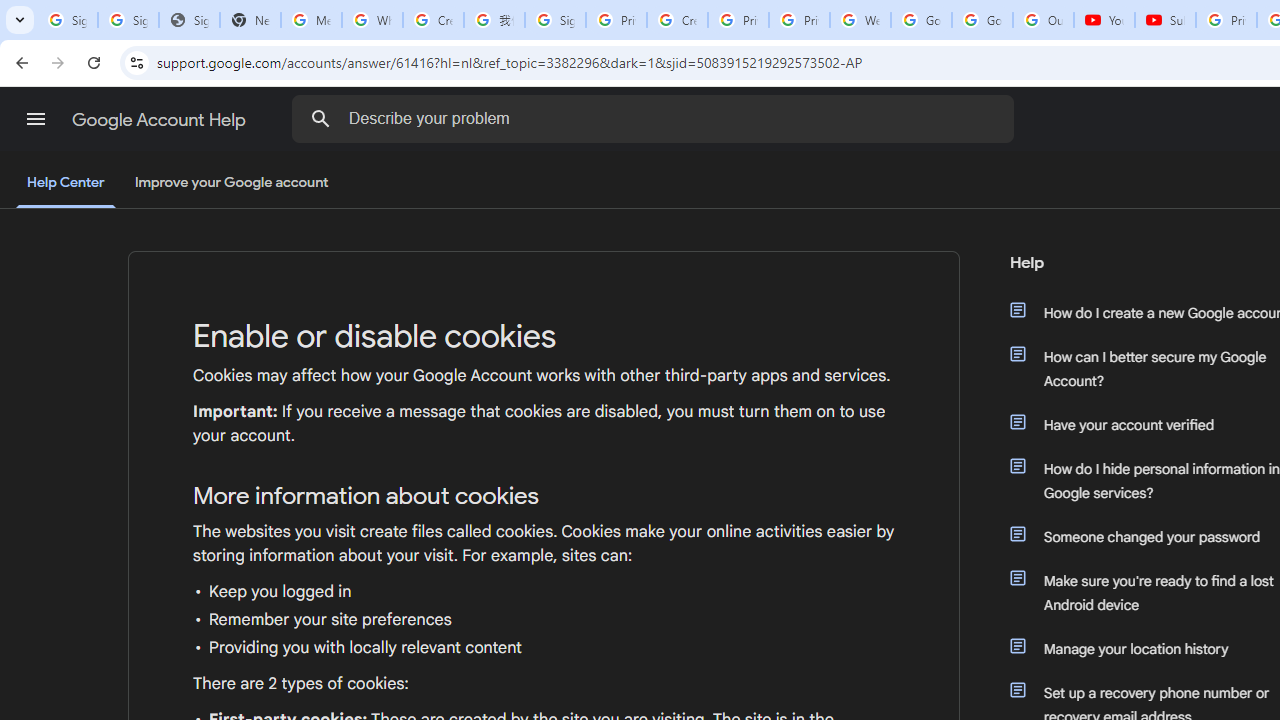 The width and height of the screenshot is (1280, 720). I want to click on 'Sign In - USA TODAY', so click(189, 20).